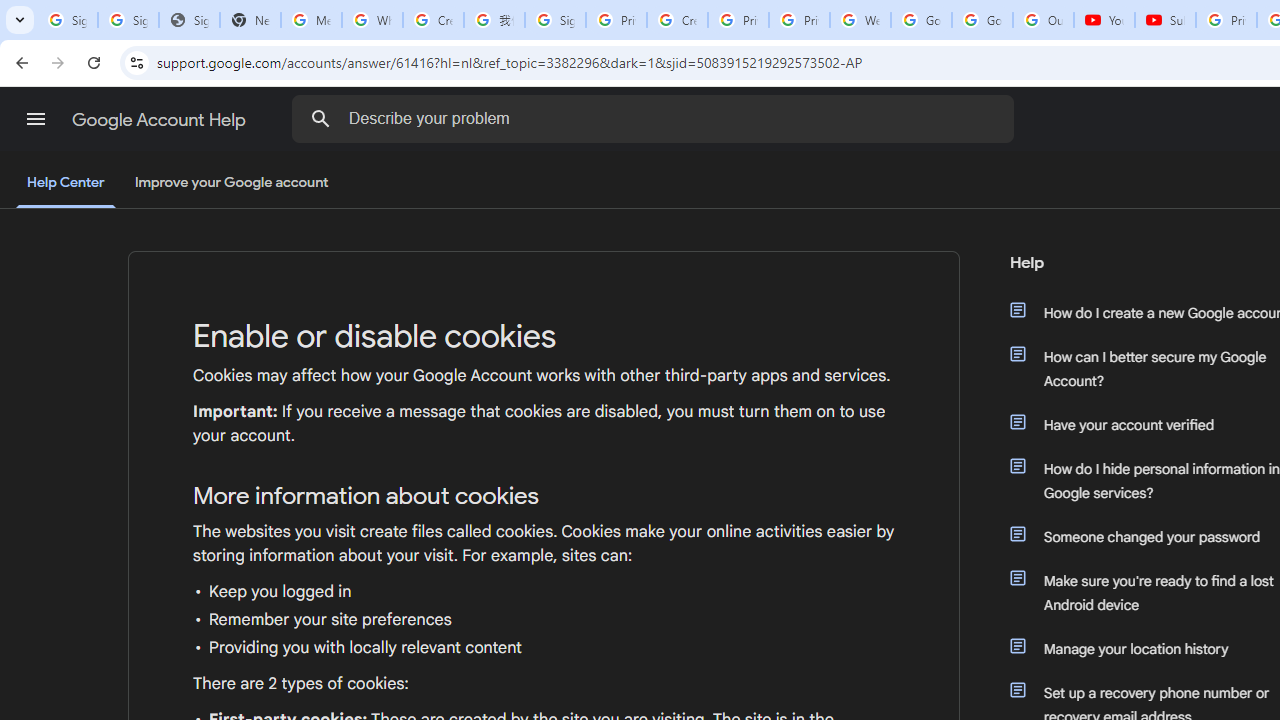 The width and height of the screenshot is (1280, 720). I want to click on 'Sign In - USA TODAY', so click(189, 20).